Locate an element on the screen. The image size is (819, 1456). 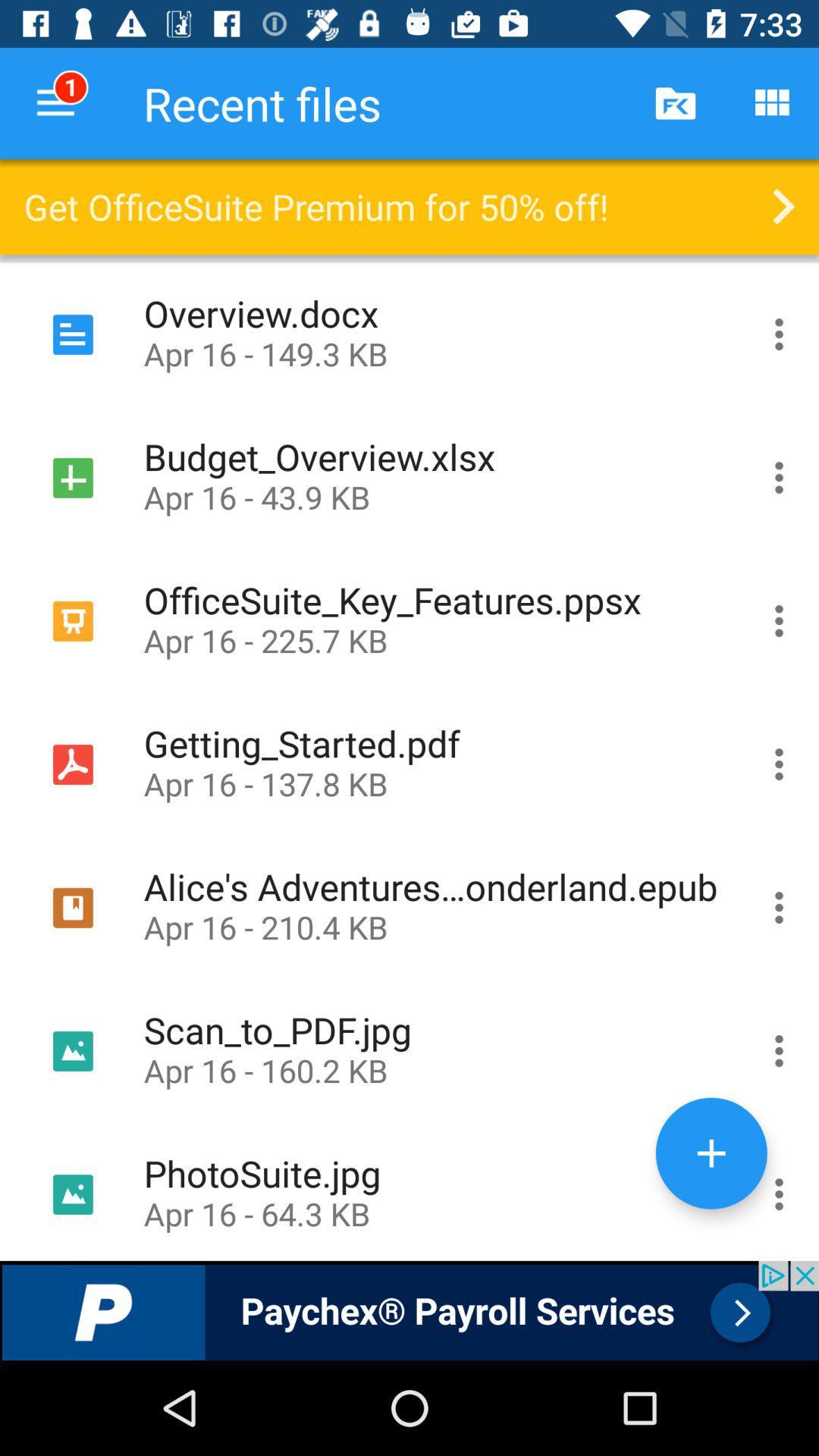
the content of the file is located at coordinates (779, 621).